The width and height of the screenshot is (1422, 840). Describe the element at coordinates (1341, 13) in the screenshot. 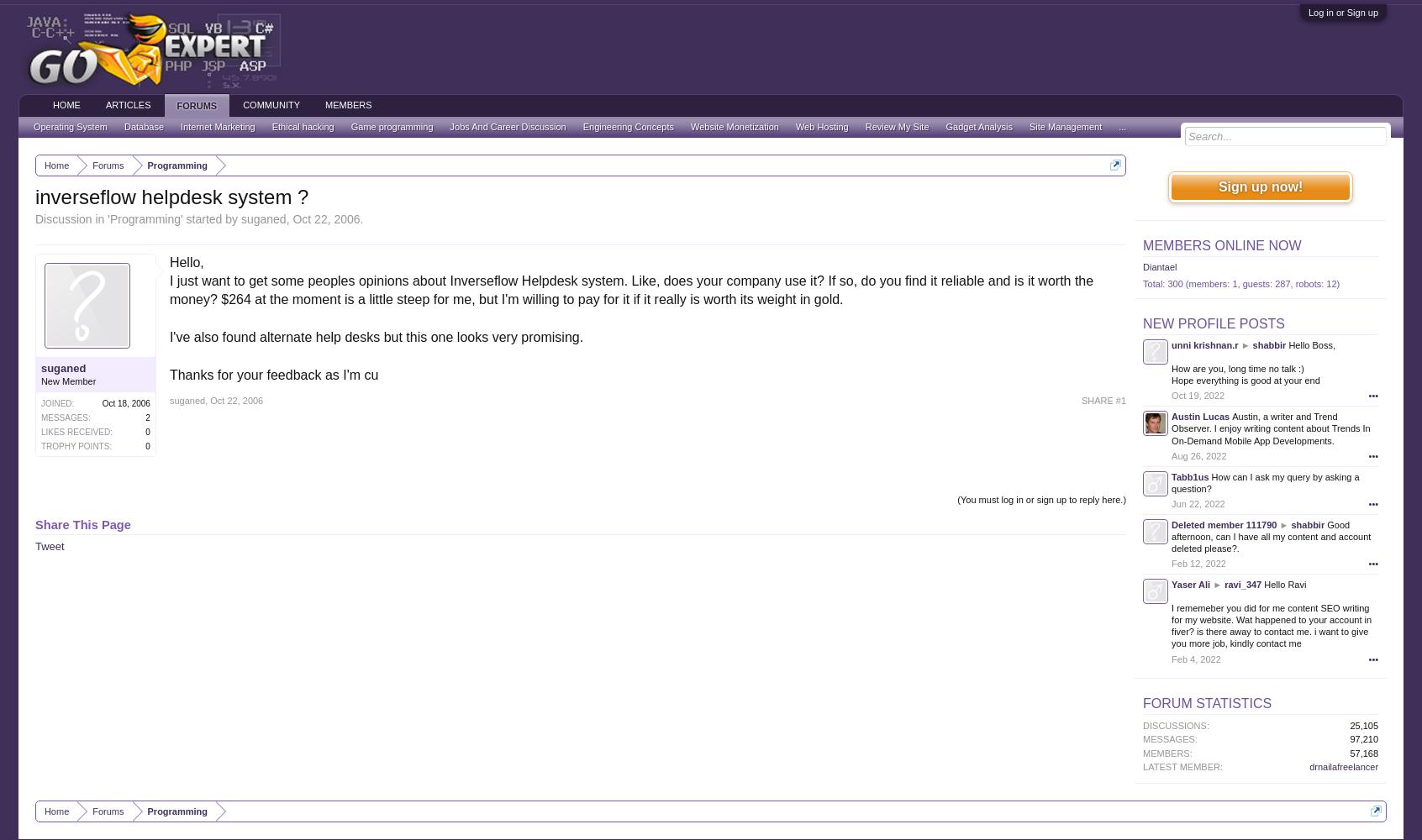

I see `'Log in or Sign up'` at that location.